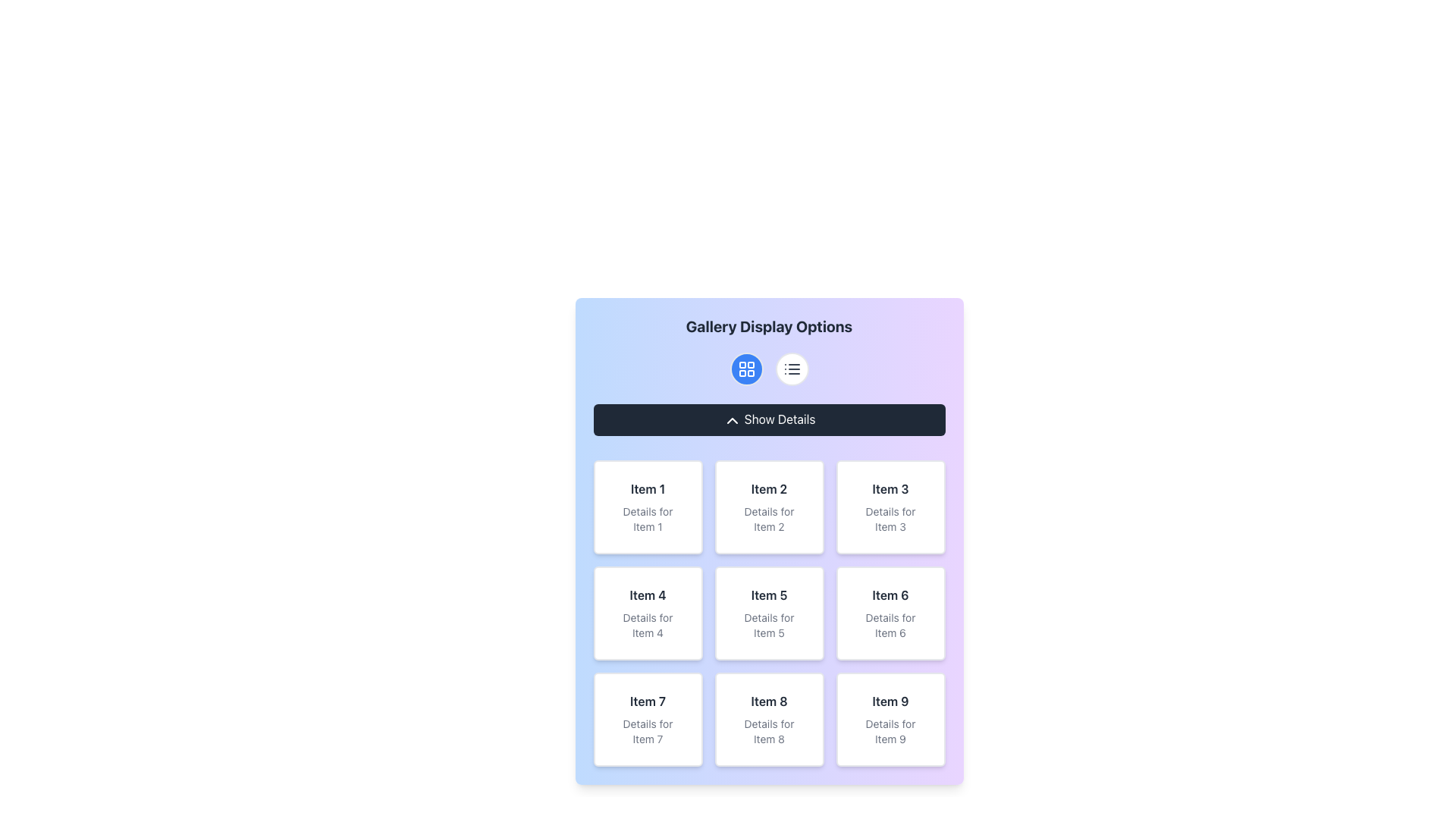  What do you see at coordinates (648, 507) in the screenshot?
I see `the Card that displays information about 'Item 1', which is the first item in a 3x3 grid layout` at bounding box center [648, 507].